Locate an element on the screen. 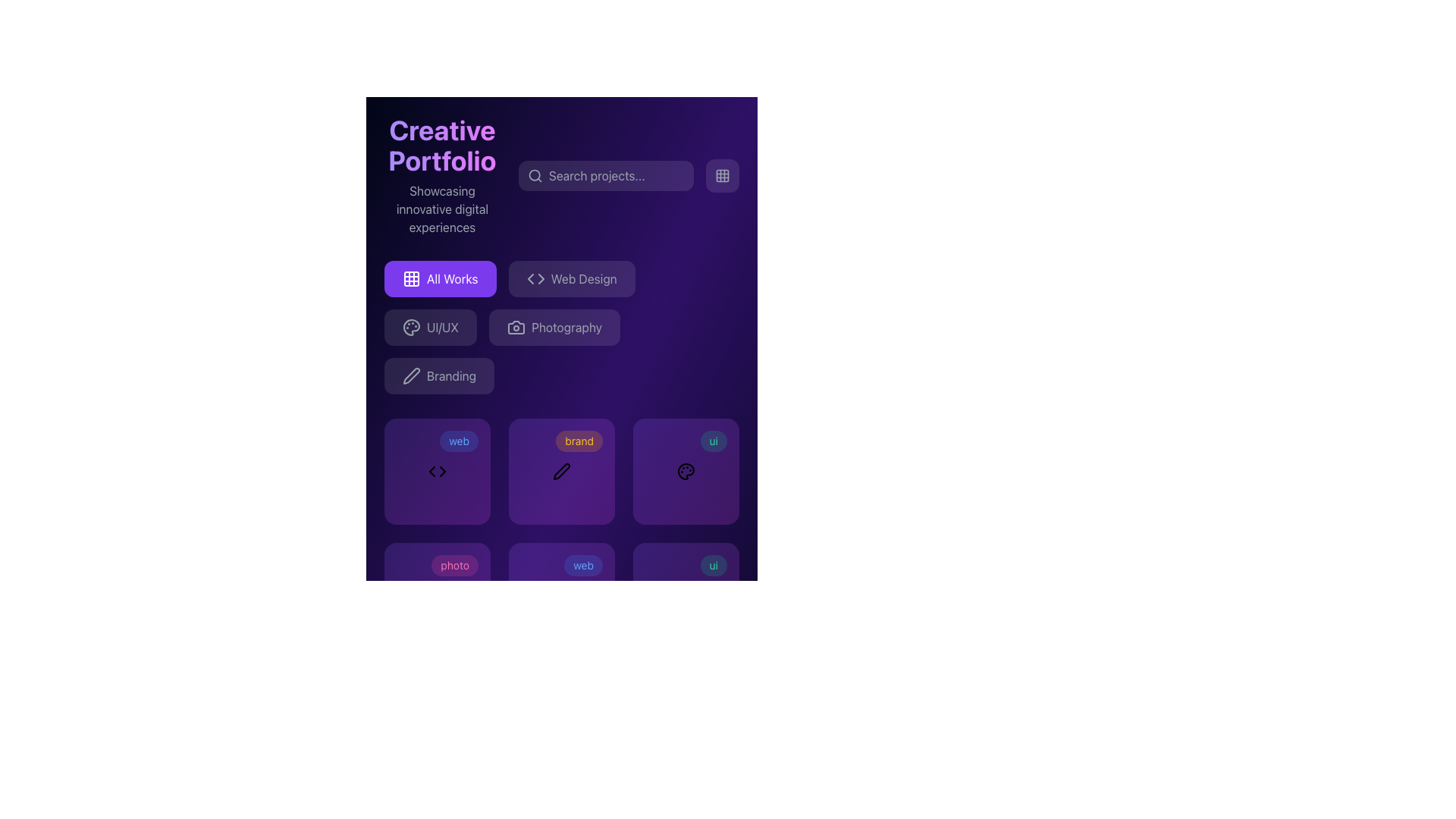 This screenshot has height=819, width=1456. the icon resembling angle brackets ('<>') located on the left side of the 'Web Design' button in the menu options is located at coordinates (535, 278).